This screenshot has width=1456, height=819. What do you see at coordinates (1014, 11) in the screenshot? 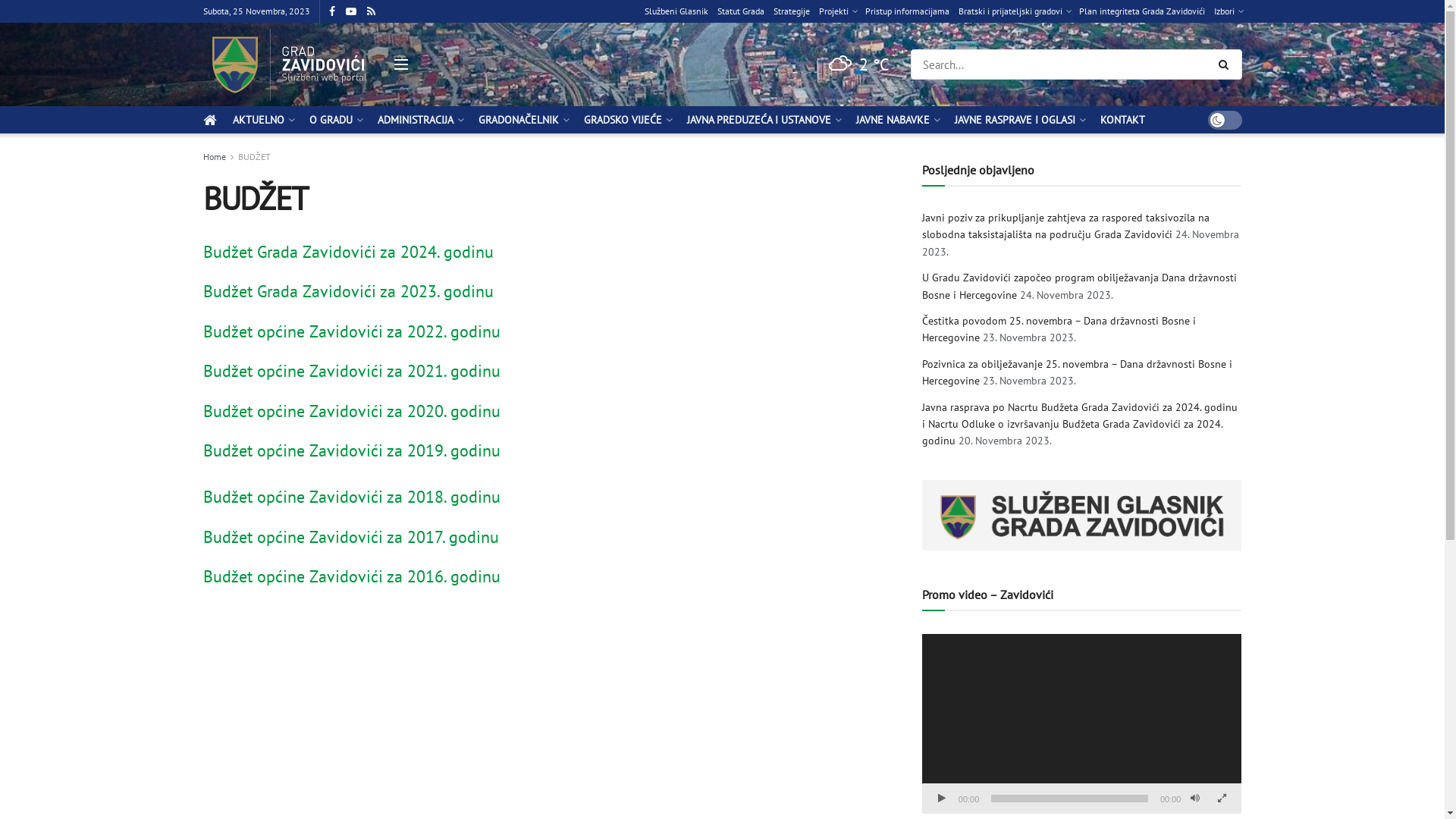
I see `'Bratski i prijateljski gradovi'` at bounding box center [1014, 11].